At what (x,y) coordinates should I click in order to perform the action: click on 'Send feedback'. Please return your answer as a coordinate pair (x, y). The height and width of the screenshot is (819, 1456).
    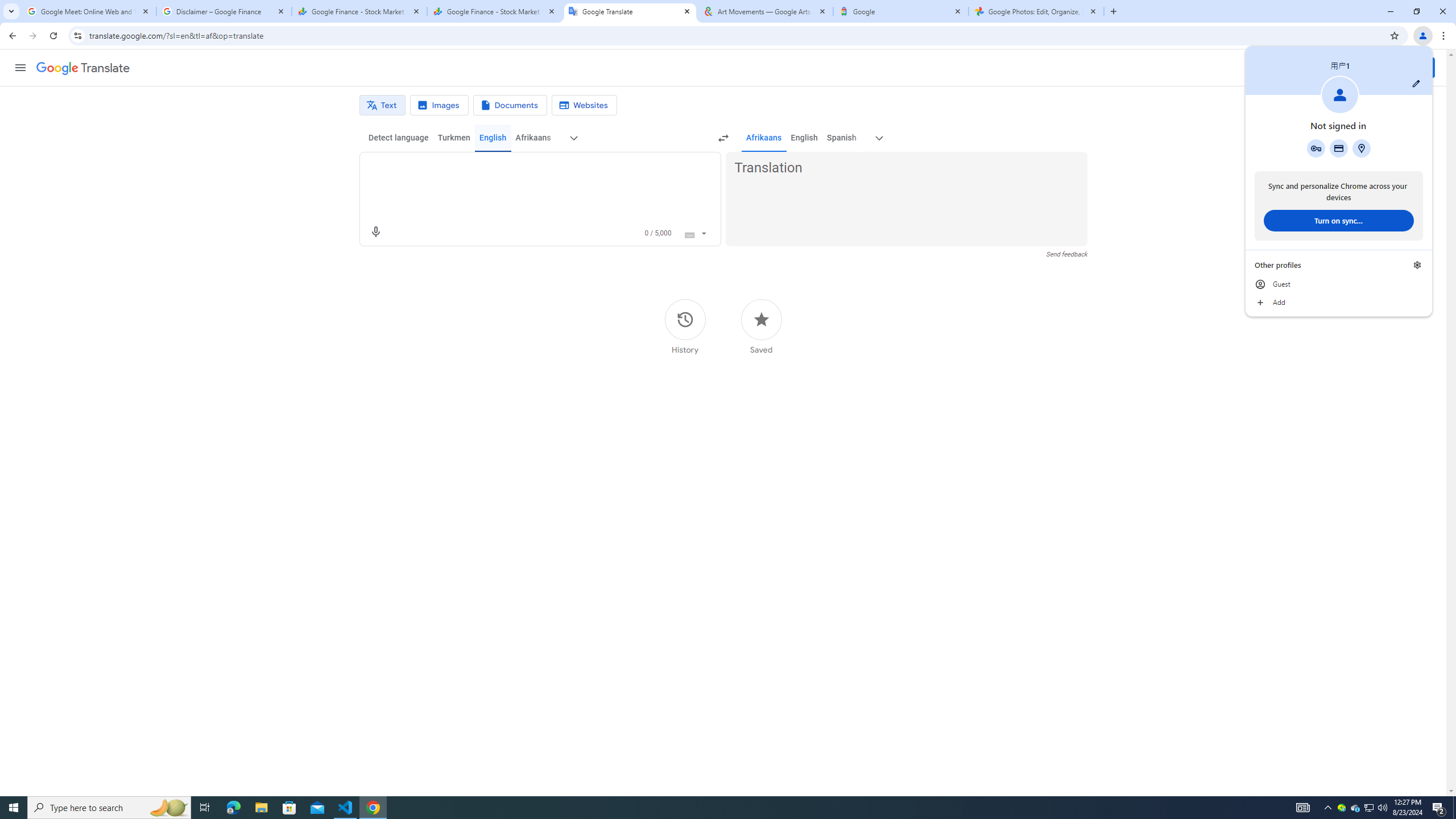
    Looking at the image, I should click on (1066, 254).